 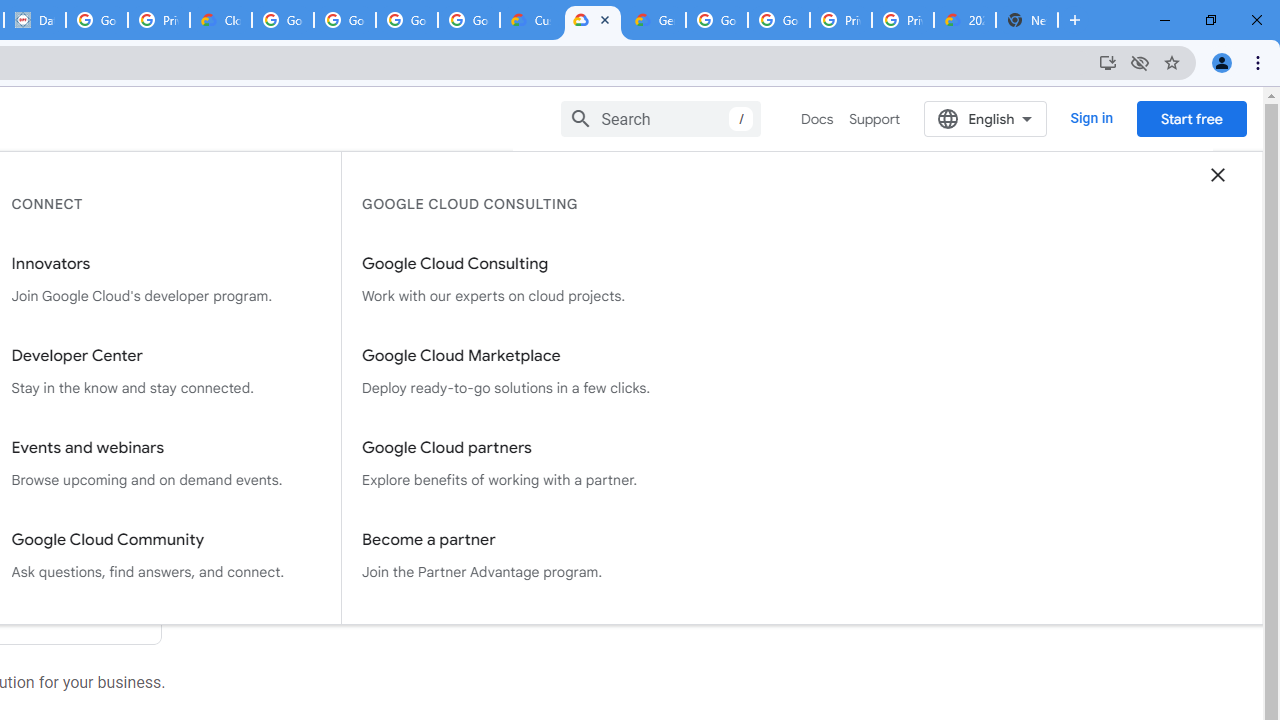 What do you see at coordinates (166, 372) in the screenshot?
I see `'Developer Center Stay in the know and stay connected.'` at bounding box center [166, 372].